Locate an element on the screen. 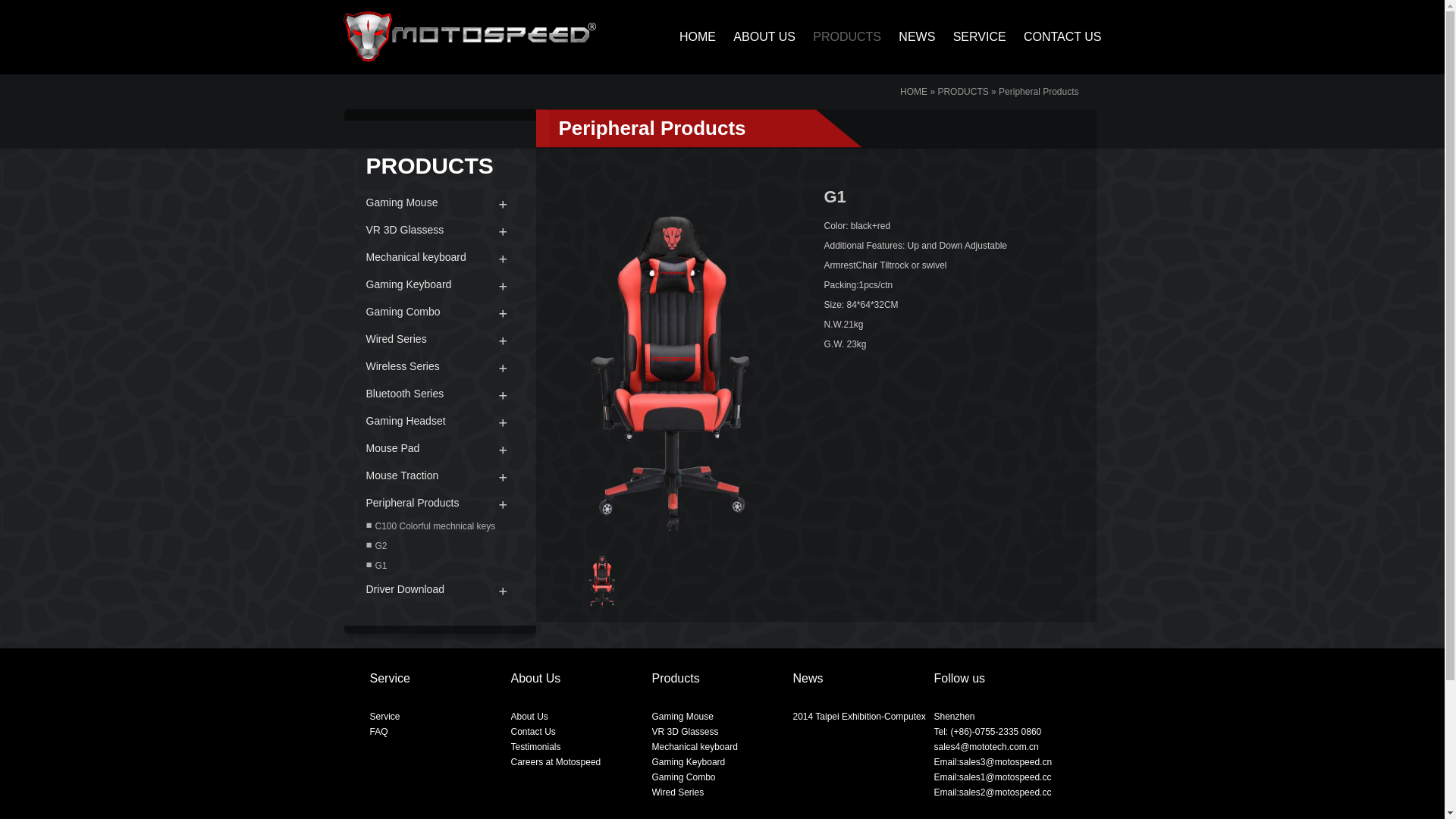  'Bluetooth Series' is located at coordinates (341, 393).